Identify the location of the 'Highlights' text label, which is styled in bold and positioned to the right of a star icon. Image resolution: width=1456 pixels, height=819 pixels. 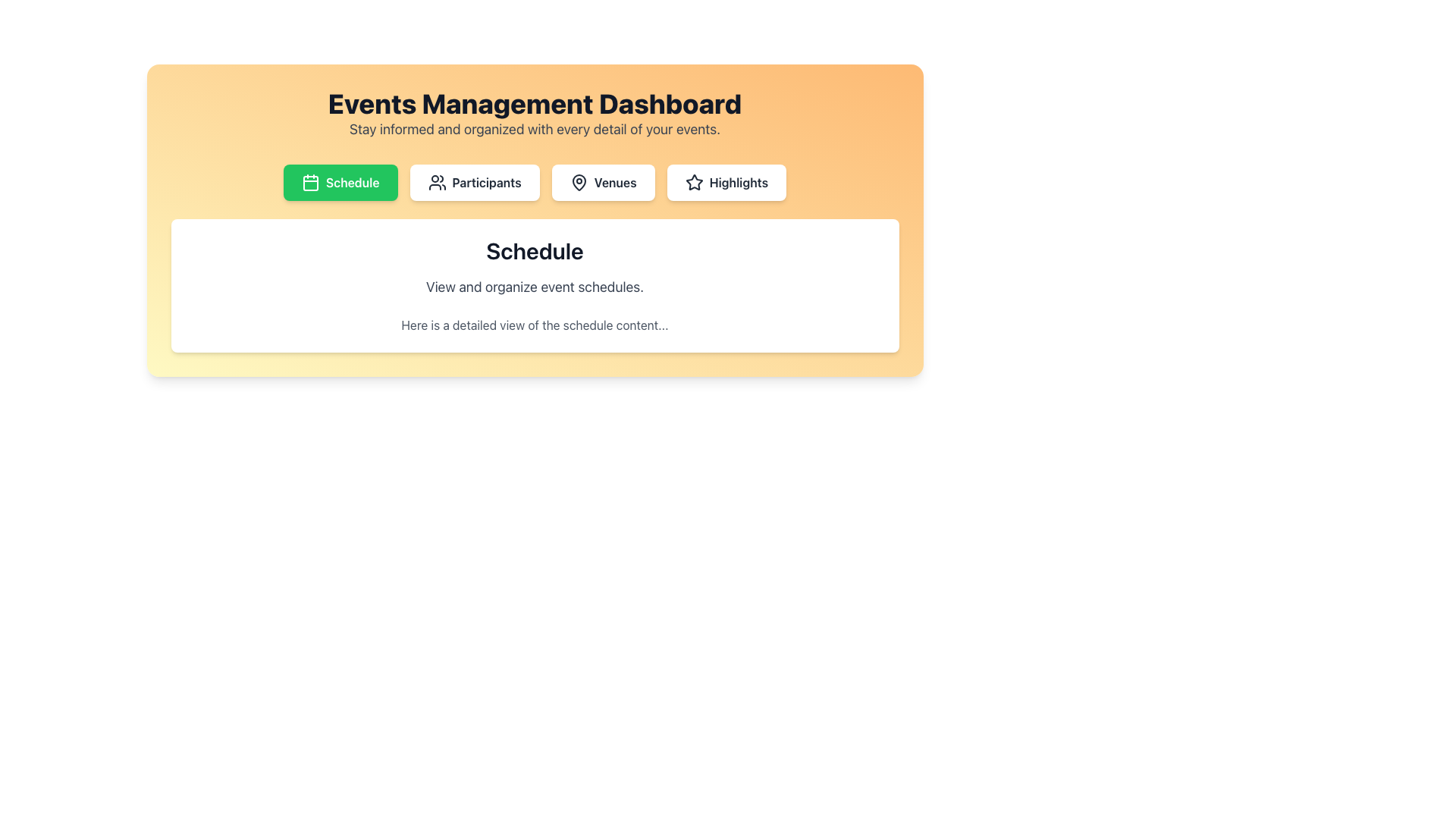
(739, 181).